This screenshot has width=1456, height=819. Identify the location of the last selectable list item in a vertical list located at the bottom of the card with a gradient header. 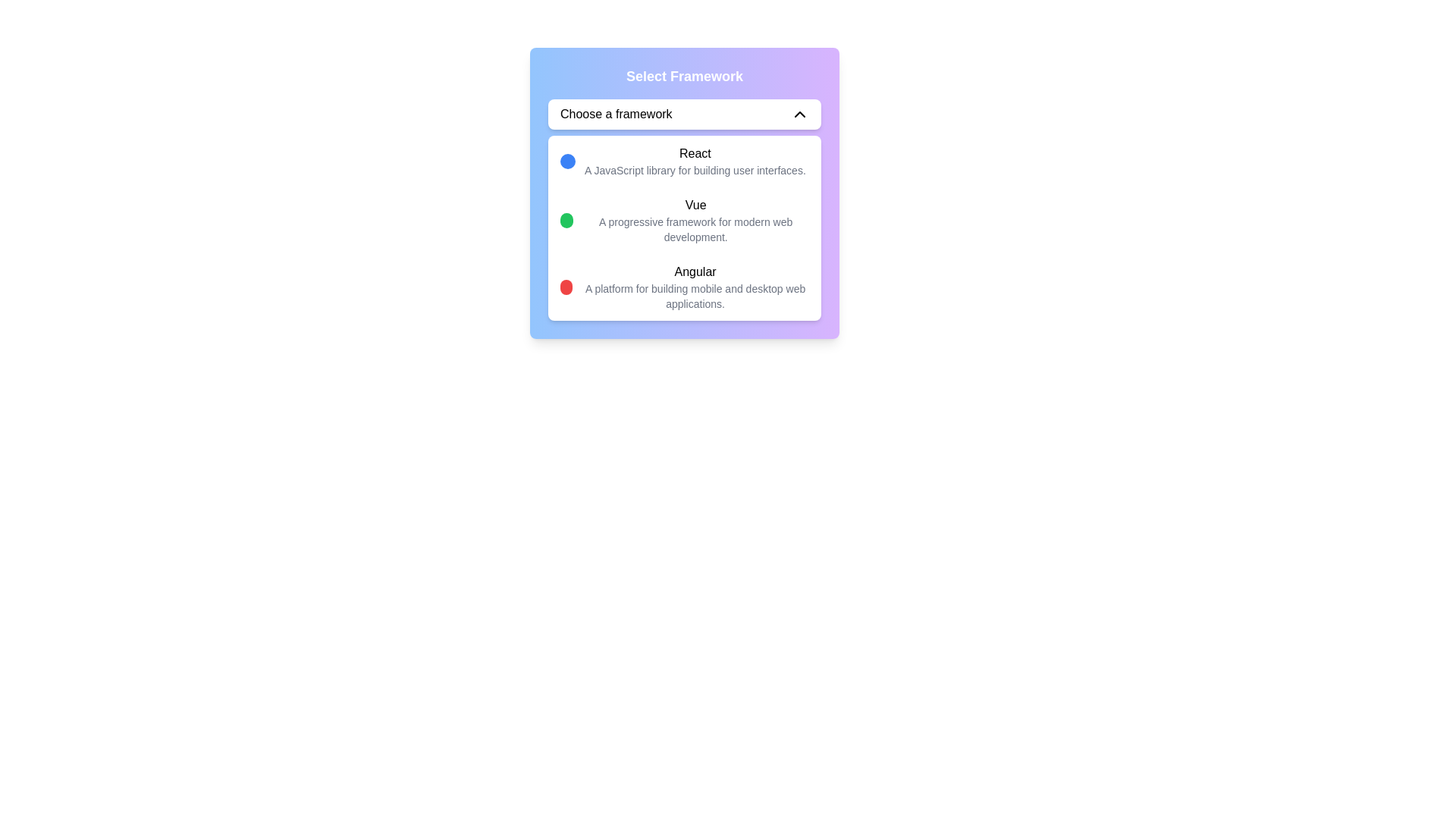
(683, 287).